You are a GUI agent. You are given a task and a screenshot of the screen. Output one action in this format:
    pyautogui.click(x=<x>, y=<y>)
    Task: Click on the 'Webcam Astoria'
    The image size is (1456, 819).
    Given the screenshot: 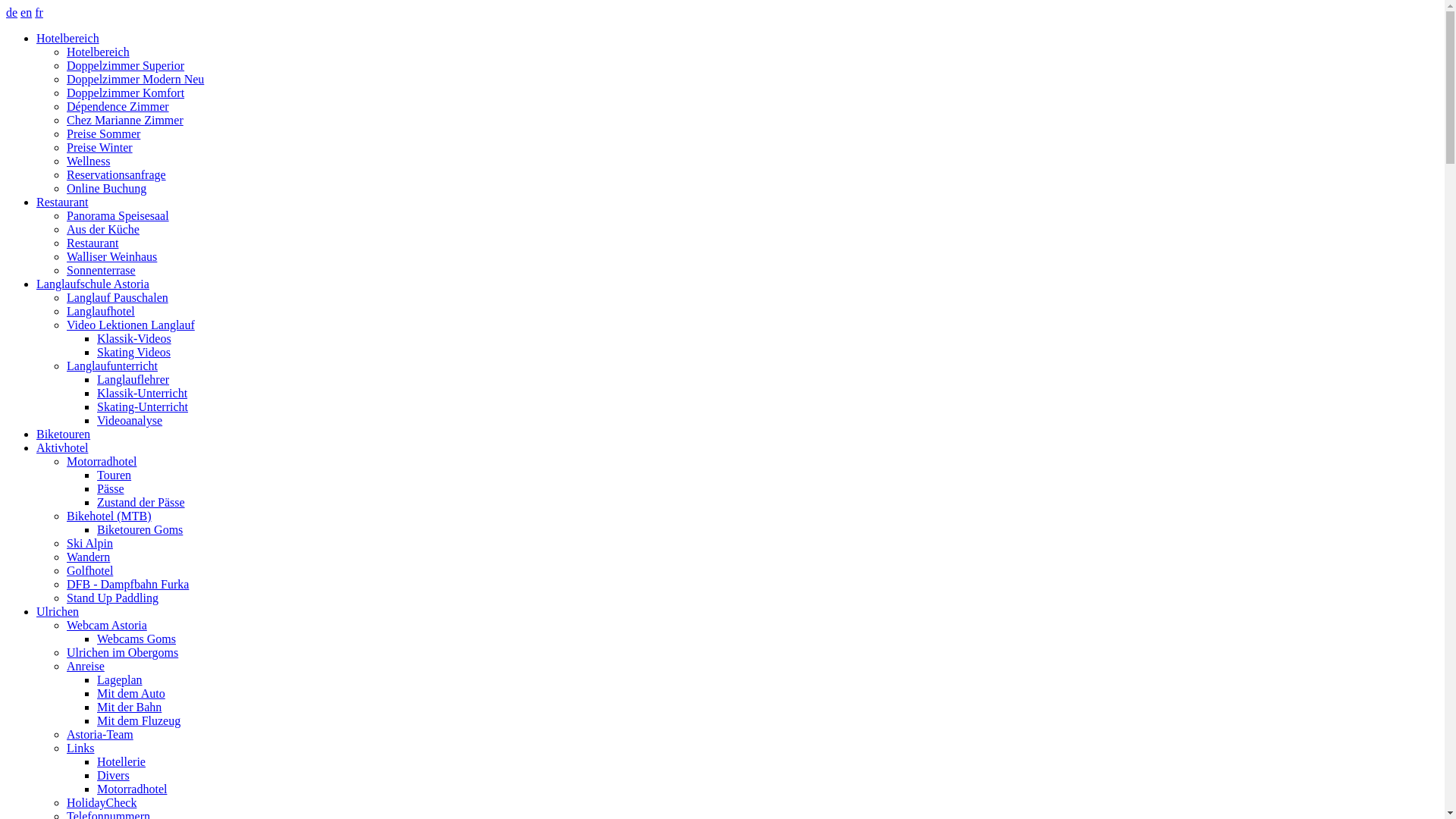 What is the action you would take?
    pyautogui.click(x=105, y=625)
    